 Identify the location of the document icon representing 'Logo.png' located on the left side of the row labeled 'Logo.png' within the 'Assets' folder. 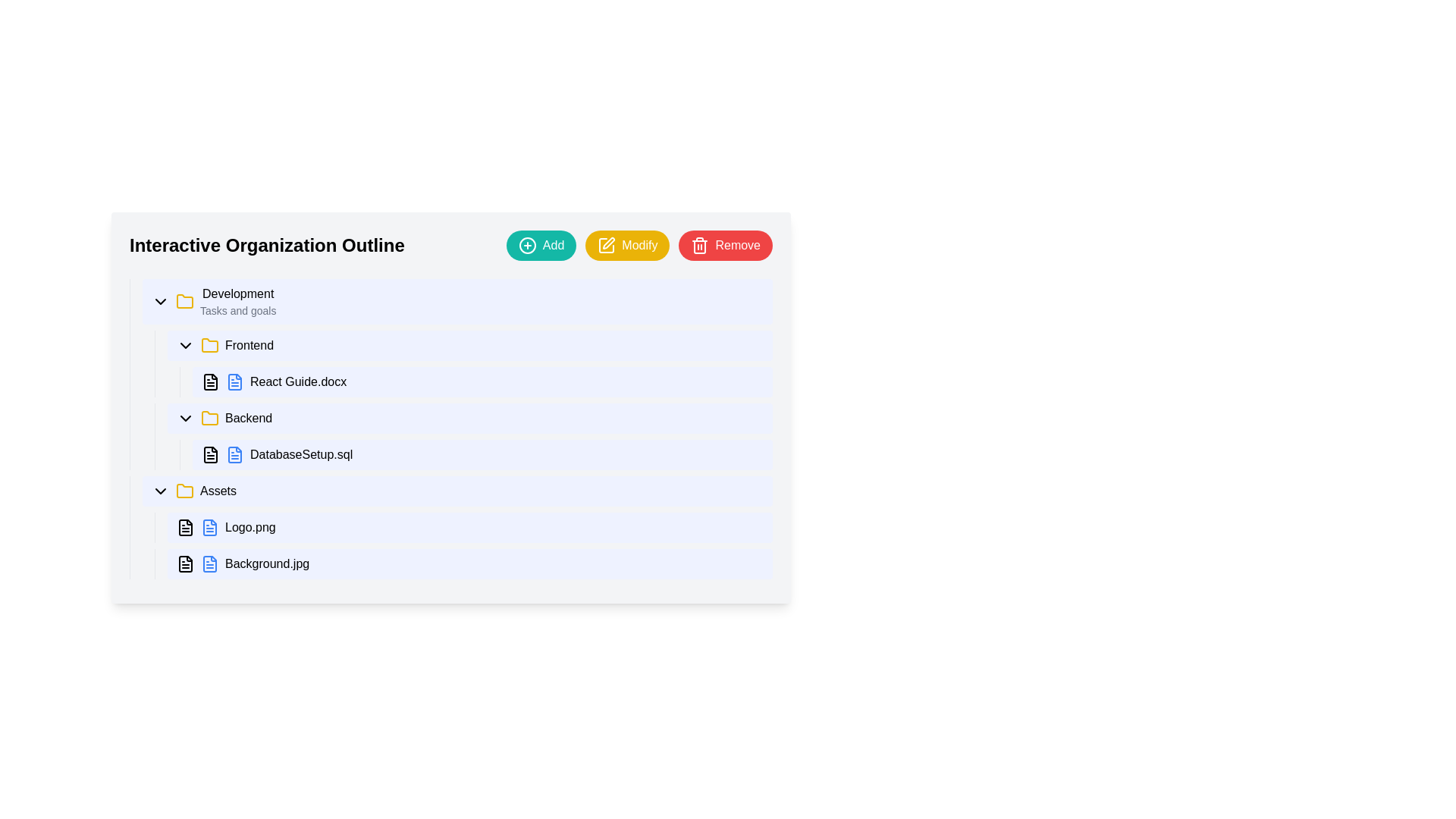
(209, 526).